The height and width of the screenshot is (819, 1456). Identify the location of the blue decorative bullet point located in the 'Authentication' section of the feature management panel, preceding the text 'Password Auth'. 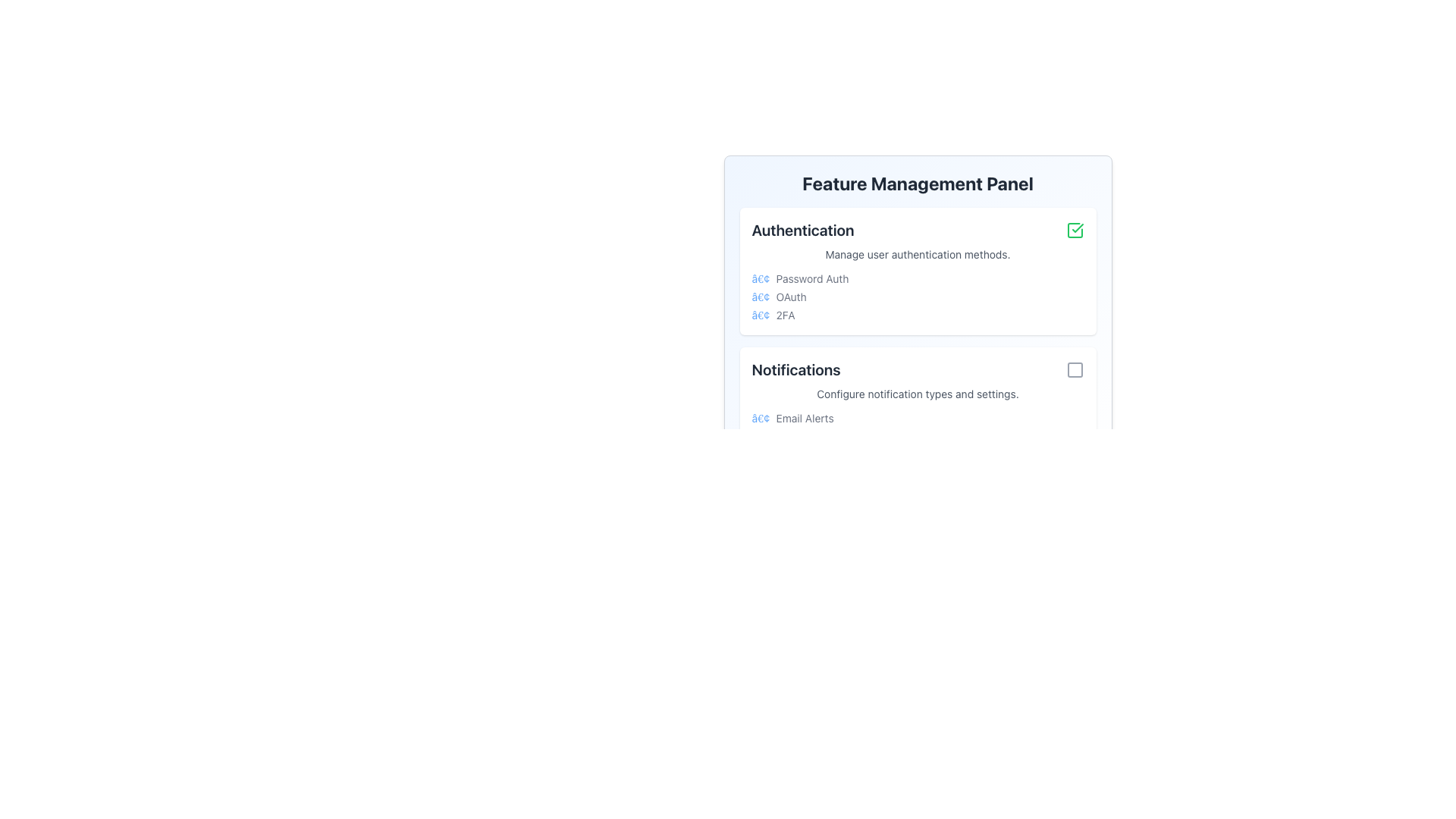
(761, 278).